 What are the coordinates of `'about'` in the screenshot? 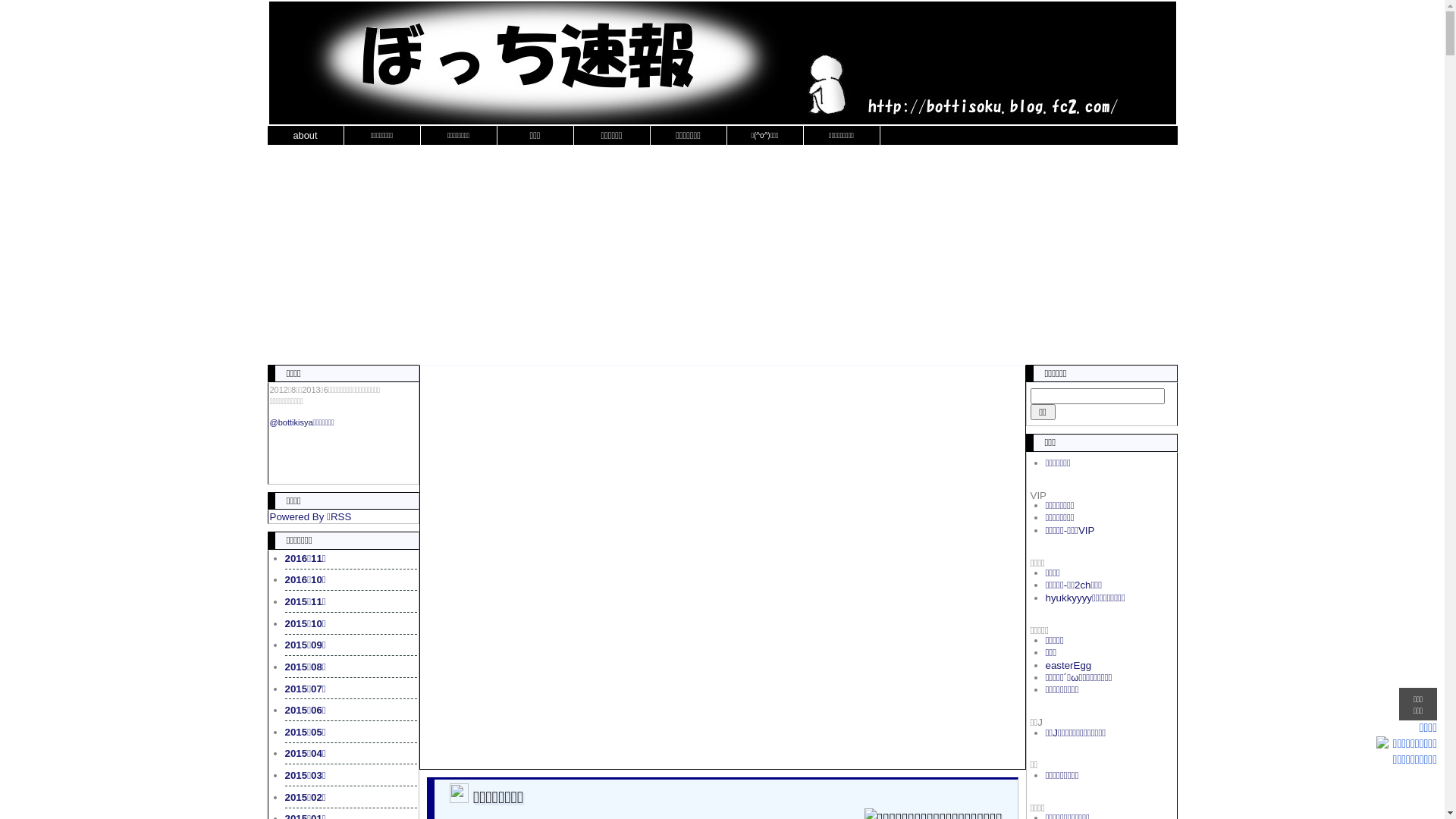 It's located at (304, 134).